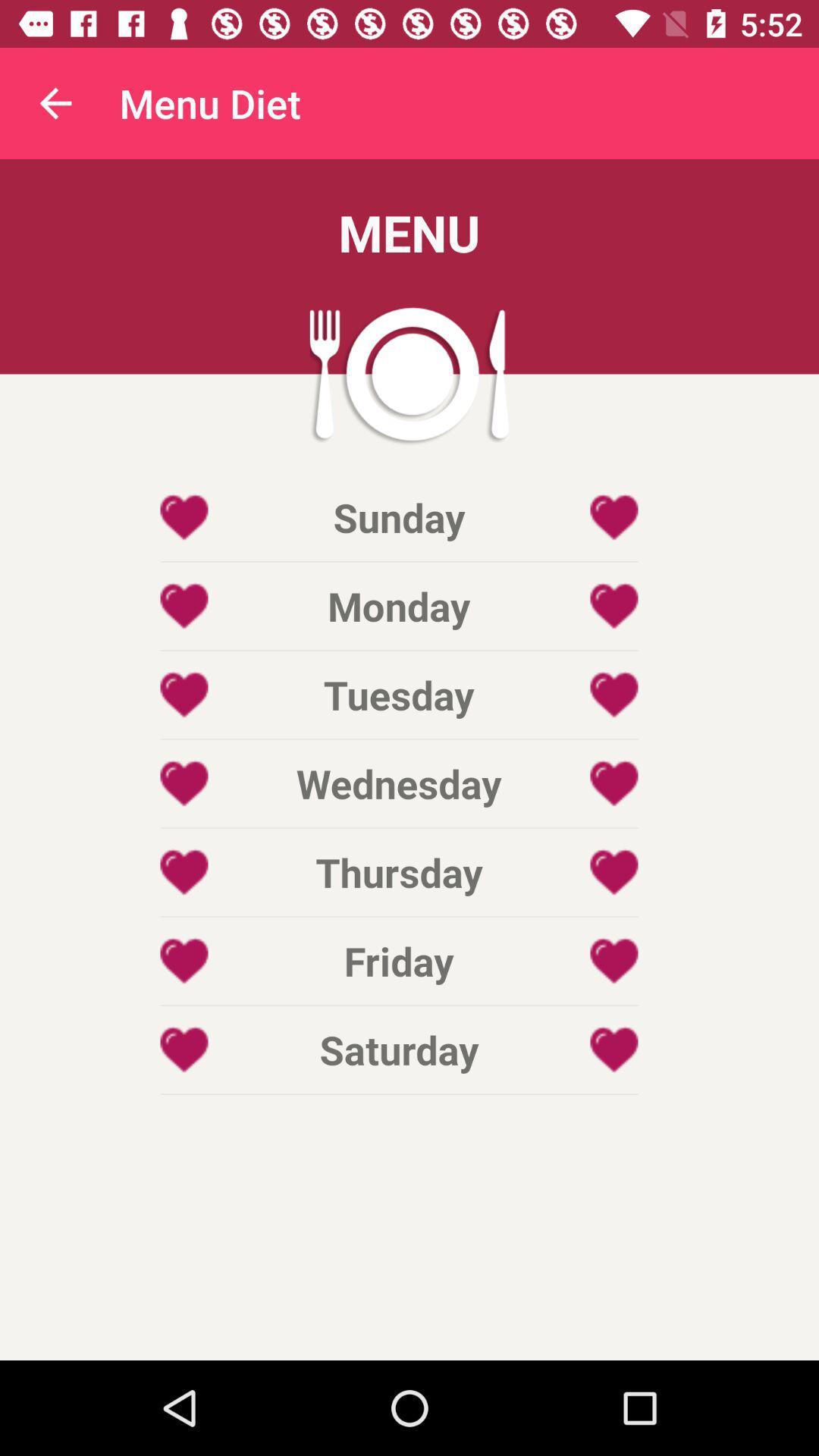 The height and width of the screenshot is (1456, 819). Describe the element at coordinates (55, 102) in the screenshot. I see `item next to menu diet` at that location.